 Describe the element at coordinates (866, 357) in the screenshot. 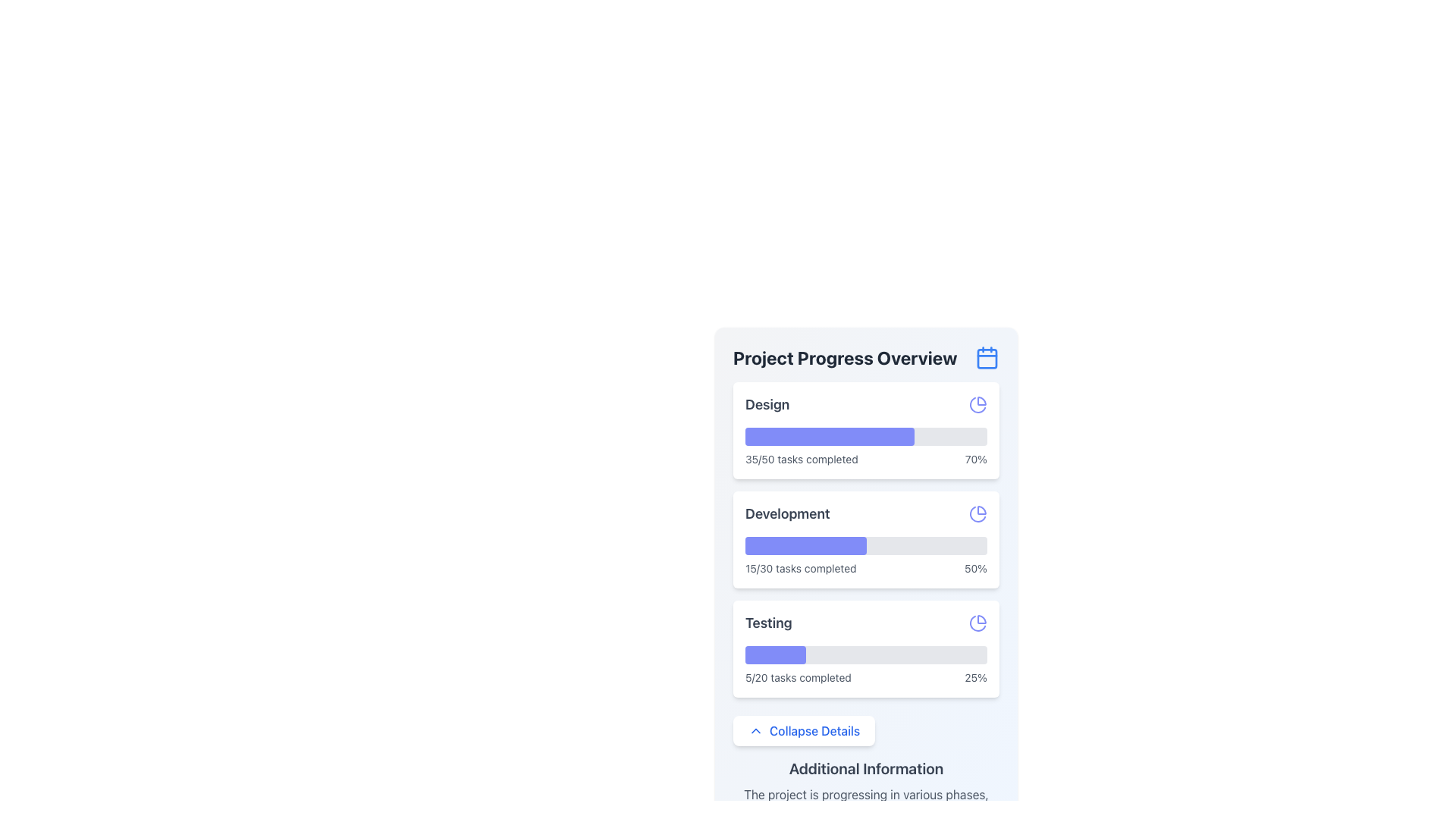

I see `the heading element with the text 'Project Progress Overview' and a blue calendar icon, located at the top of the project progress metrics section` at that location.